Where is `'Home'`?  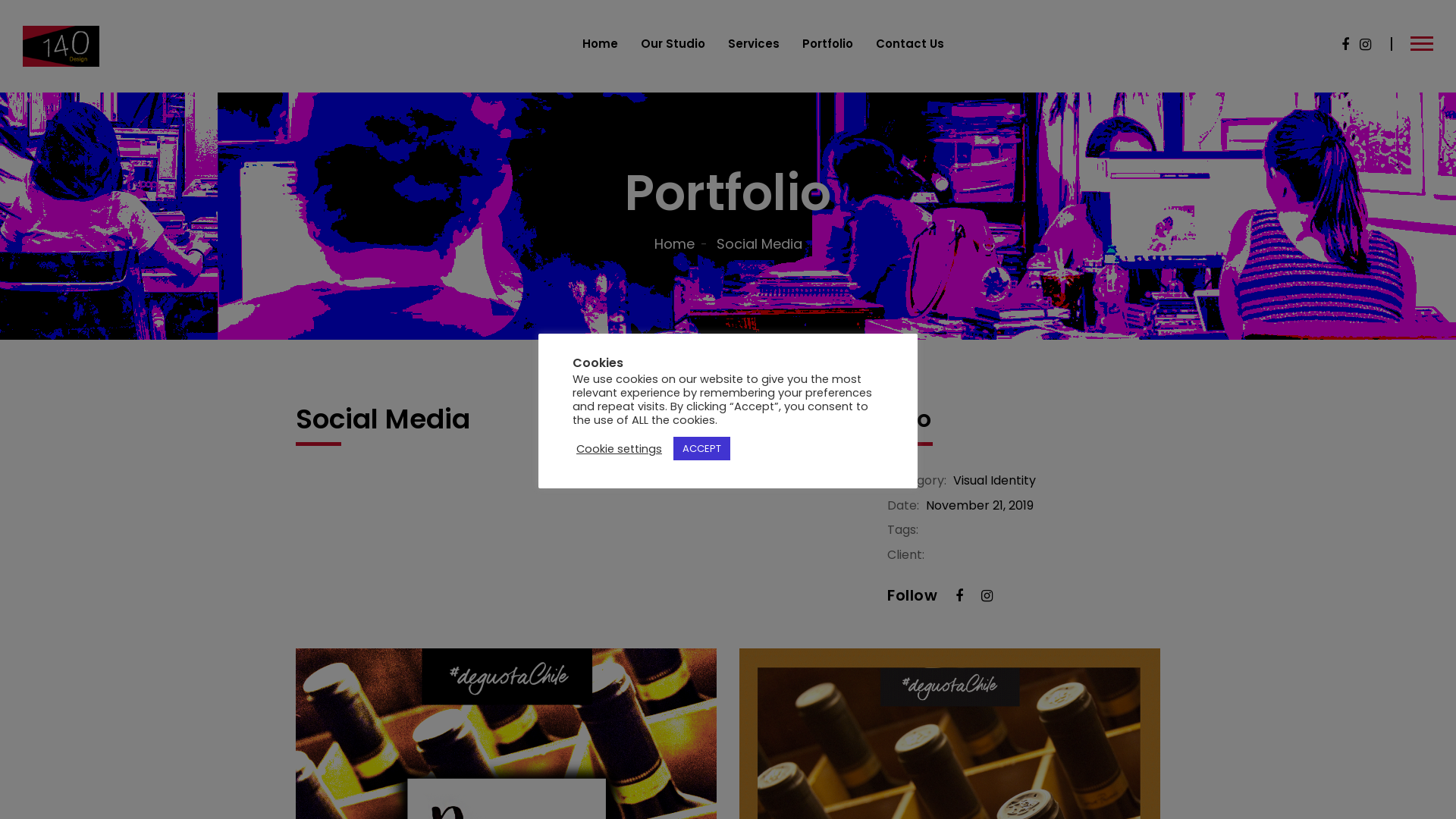
'Home' is located at coordinates (599, 42).